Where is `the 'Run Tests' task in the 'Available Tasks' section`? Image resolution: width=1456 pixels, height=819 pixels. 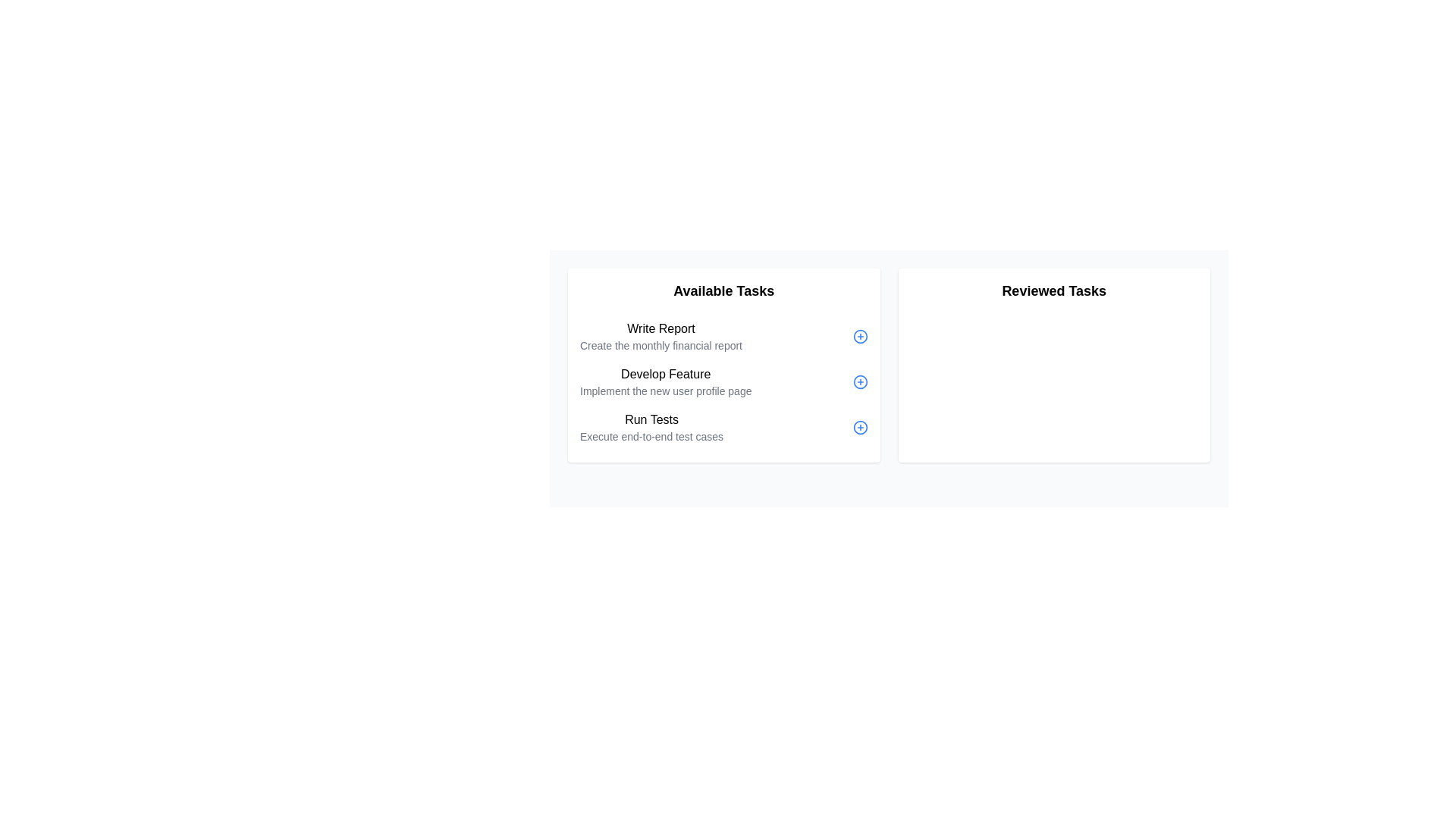
the 'Run Tests' task in the 'Available Tasks' section is located at coordinates (651, 427).